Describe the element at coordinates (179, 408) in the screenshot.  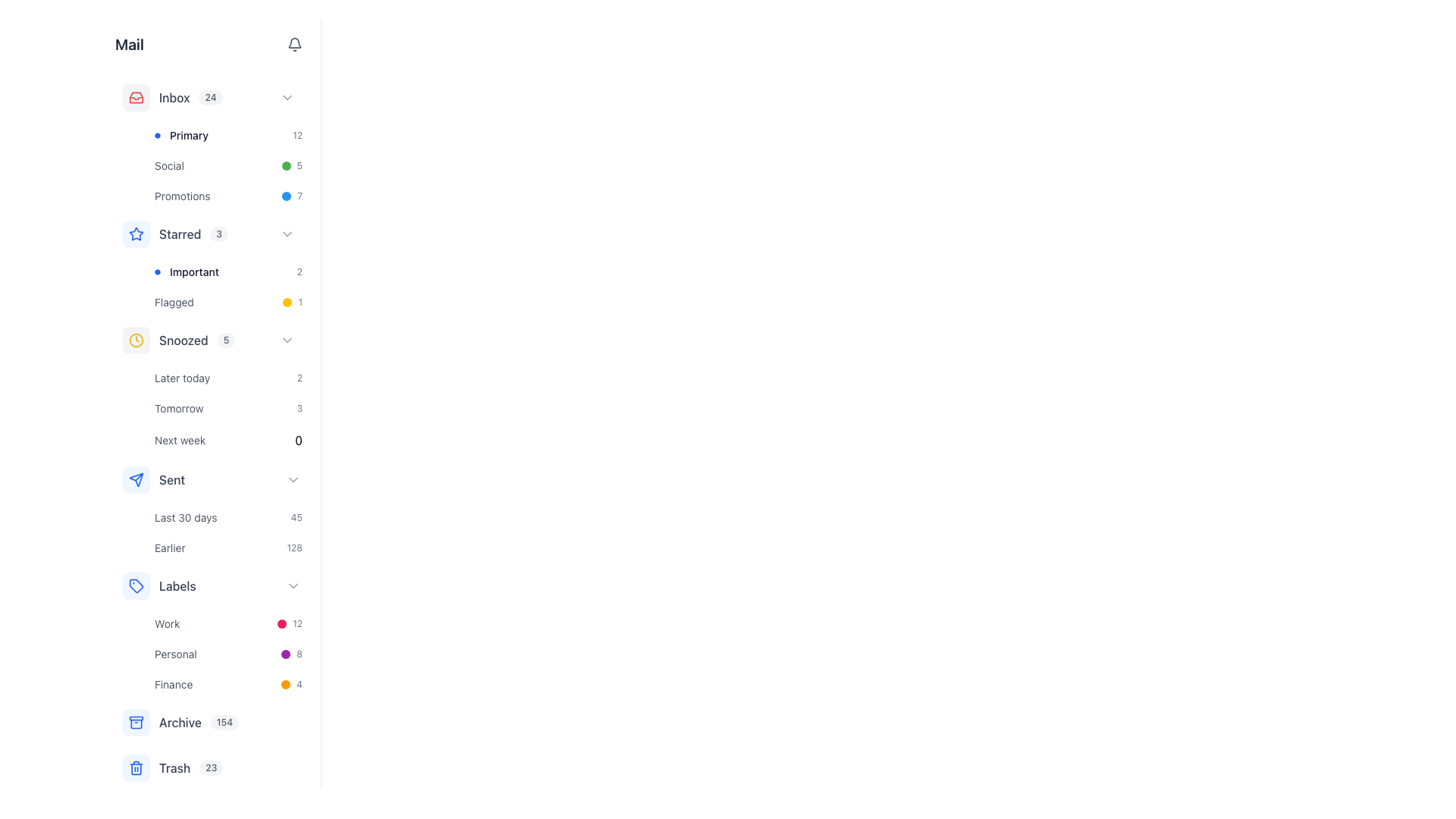
I see `the text label that indicates tasks or items scheduled for tomorrow within the snoozed items, positioned immediately after 'Later today' and before the item featuring the number '3.'` at that location.